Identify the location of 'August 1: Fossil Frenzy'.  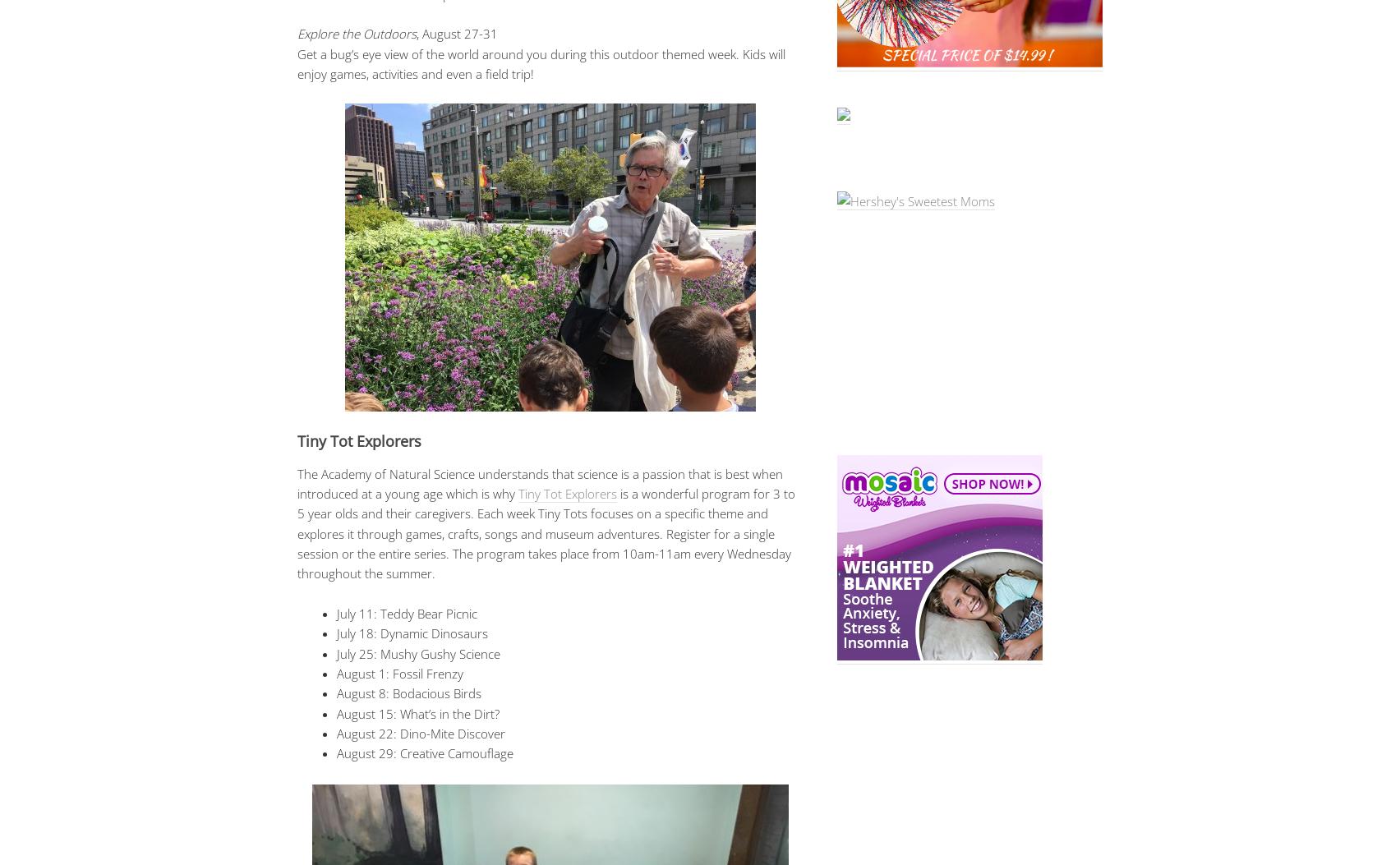
(400, 672).